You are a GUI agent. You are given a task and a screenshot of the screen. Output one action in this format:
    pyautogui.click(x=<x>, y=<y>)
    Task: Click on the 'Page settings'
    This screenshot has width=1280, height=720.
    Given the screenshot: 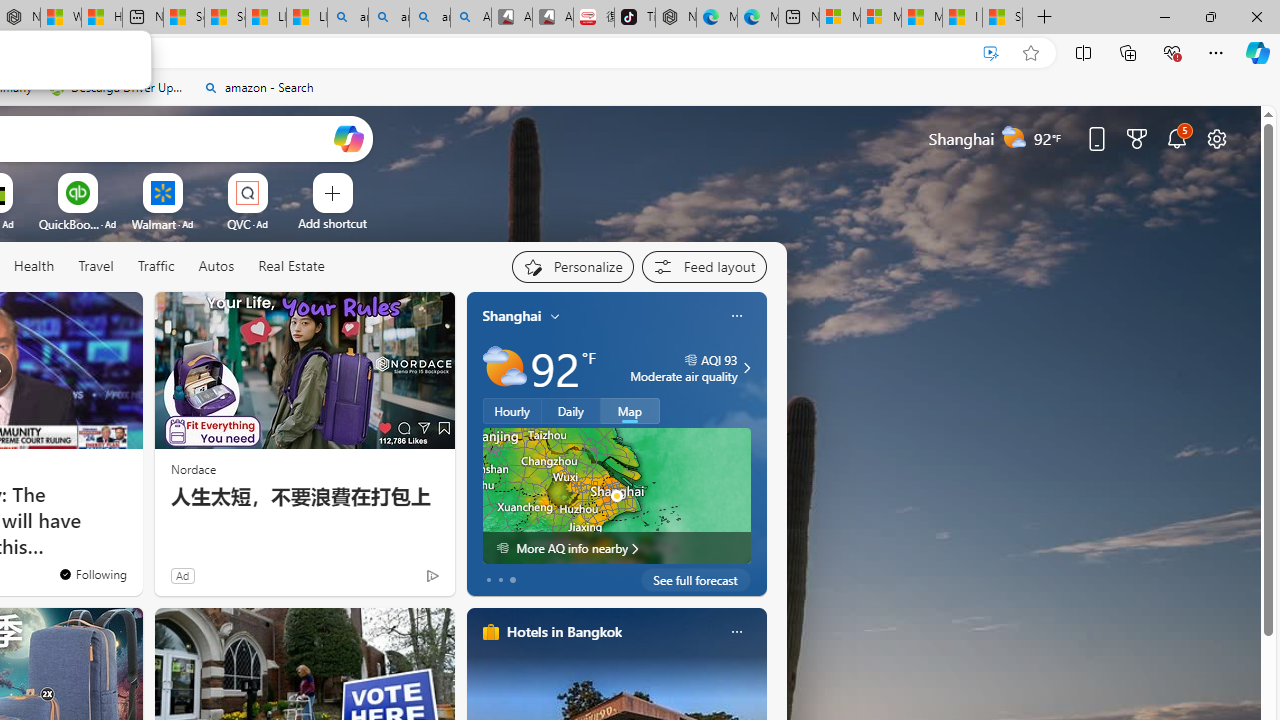 What is the action you would take?
    pyautogui.click(x=1215, y=137)
    